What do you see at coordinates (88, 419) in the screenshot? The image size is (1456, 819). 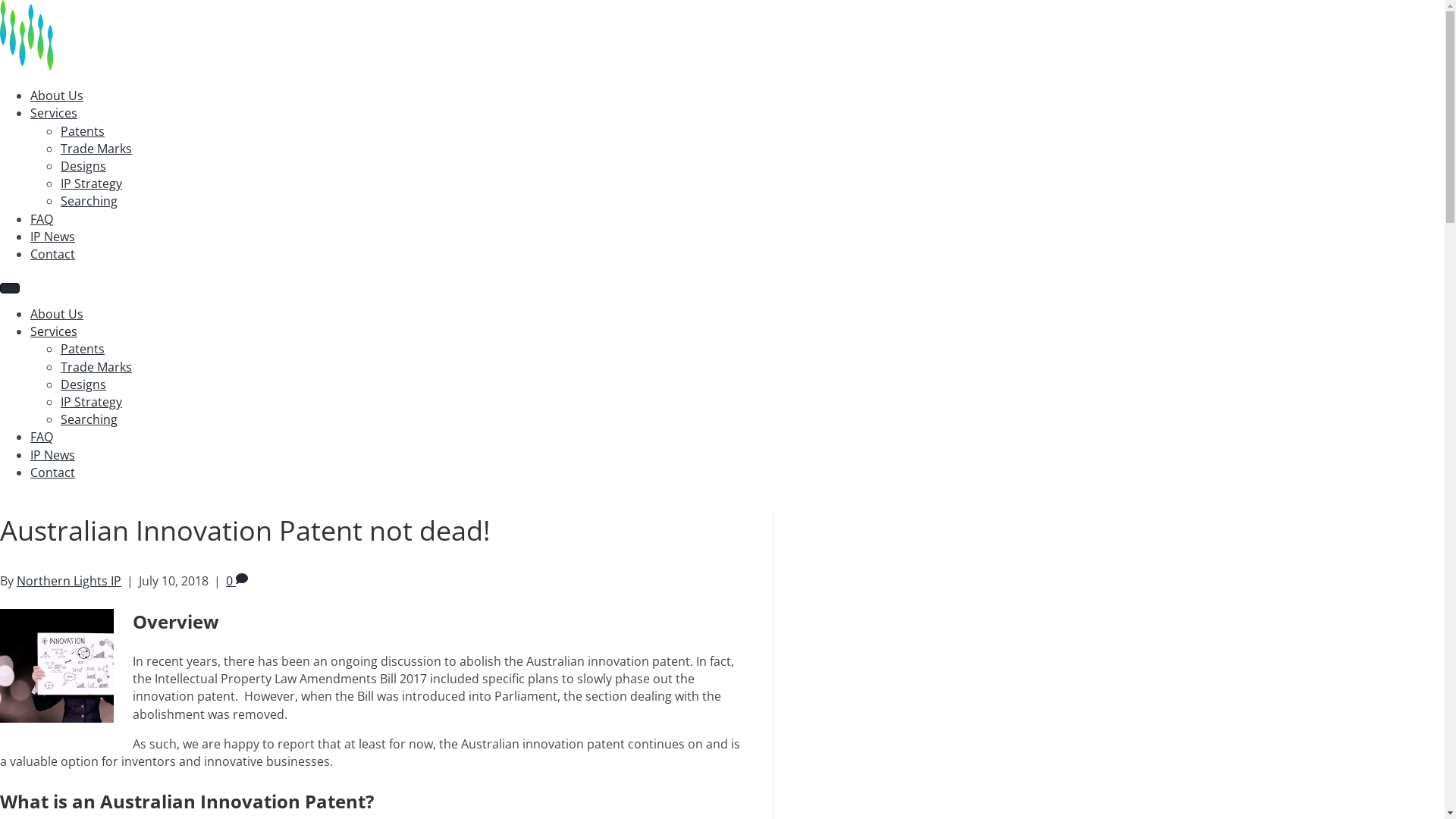 I see `'Searching'` at bounding box center [88, 419].